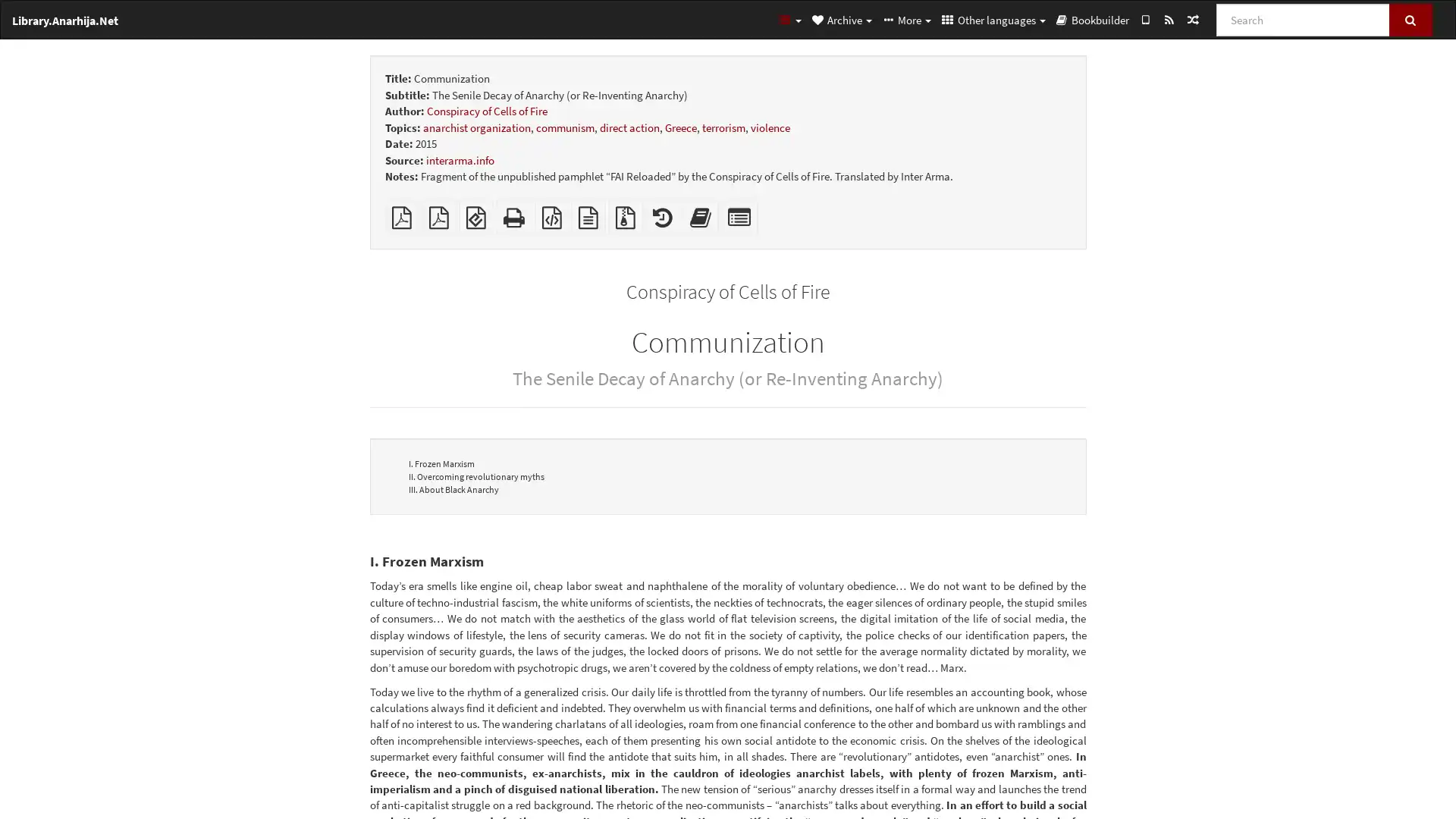 This screenshot has height=819, width=1456. What do you see at coordinates (1410, 19) in the screenshot?
I see `Search` at bounding box center [1410, 19].